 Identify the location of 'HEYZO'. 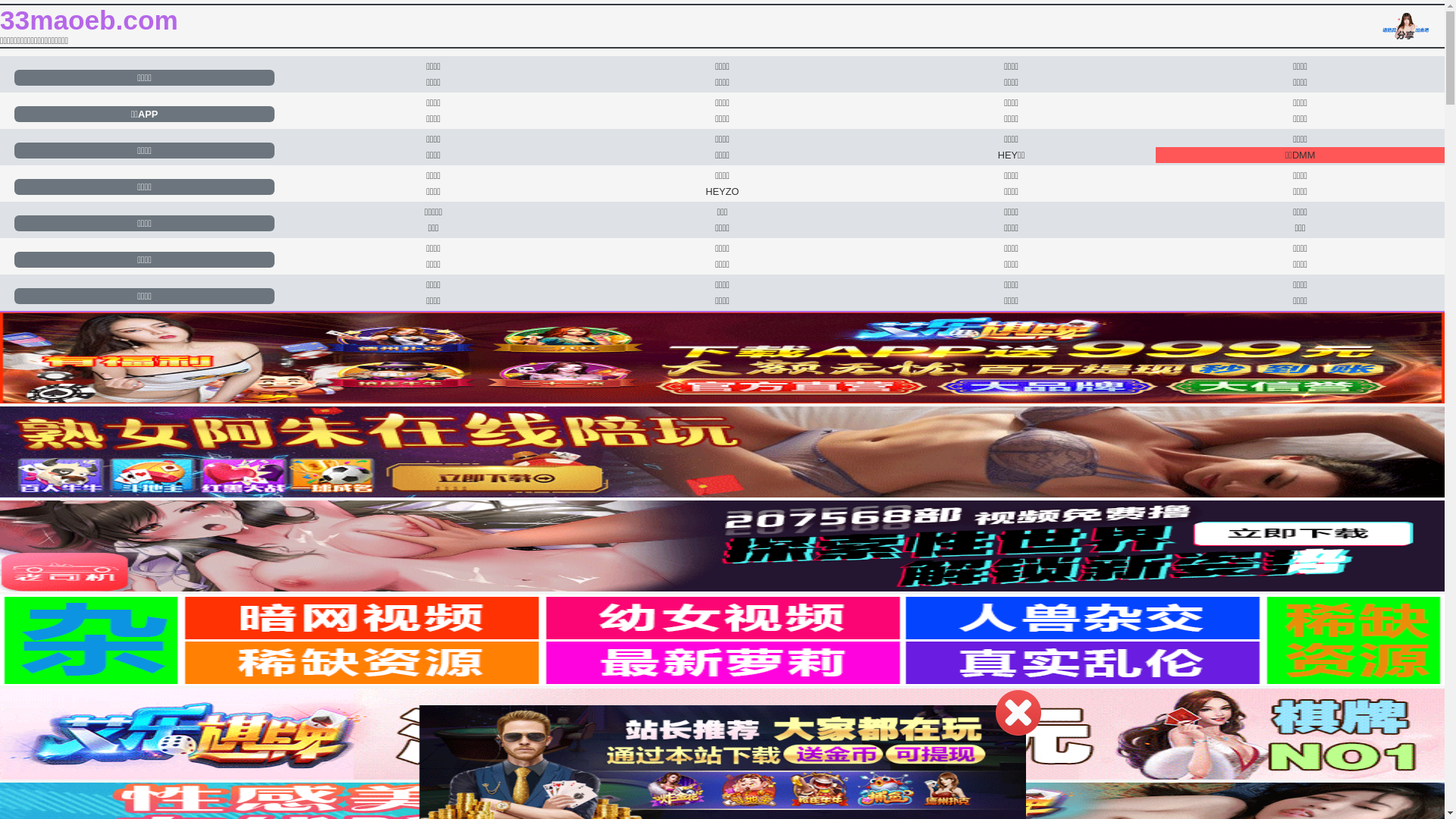
(721, 190).